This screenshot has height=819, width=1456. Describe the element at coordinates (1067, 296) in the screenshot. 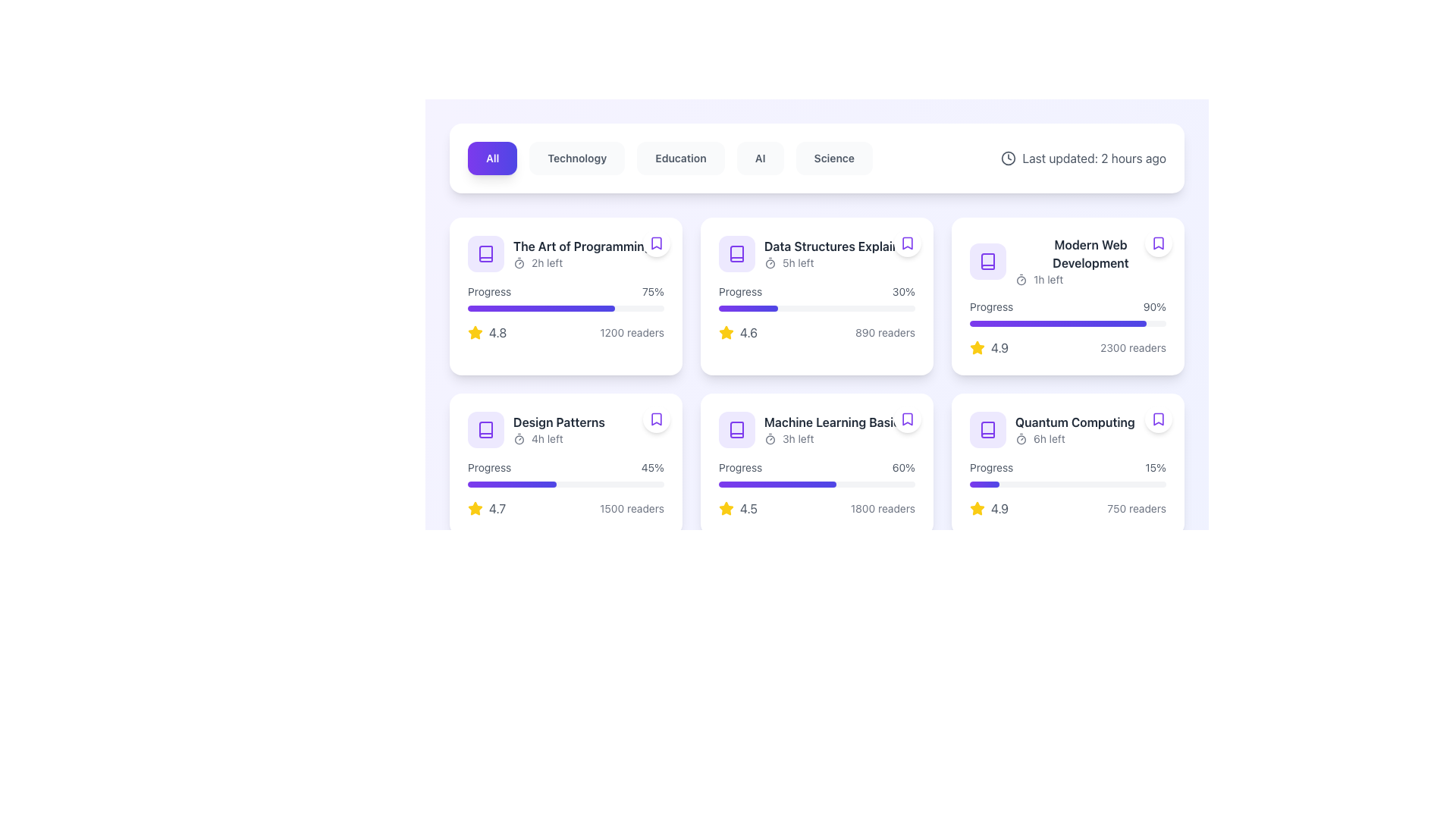

I see `the informational content card featuring a progress bar labeled '90%' and a rating of '2300 readers', located in the third column of the first row of the grid layout` at that location.